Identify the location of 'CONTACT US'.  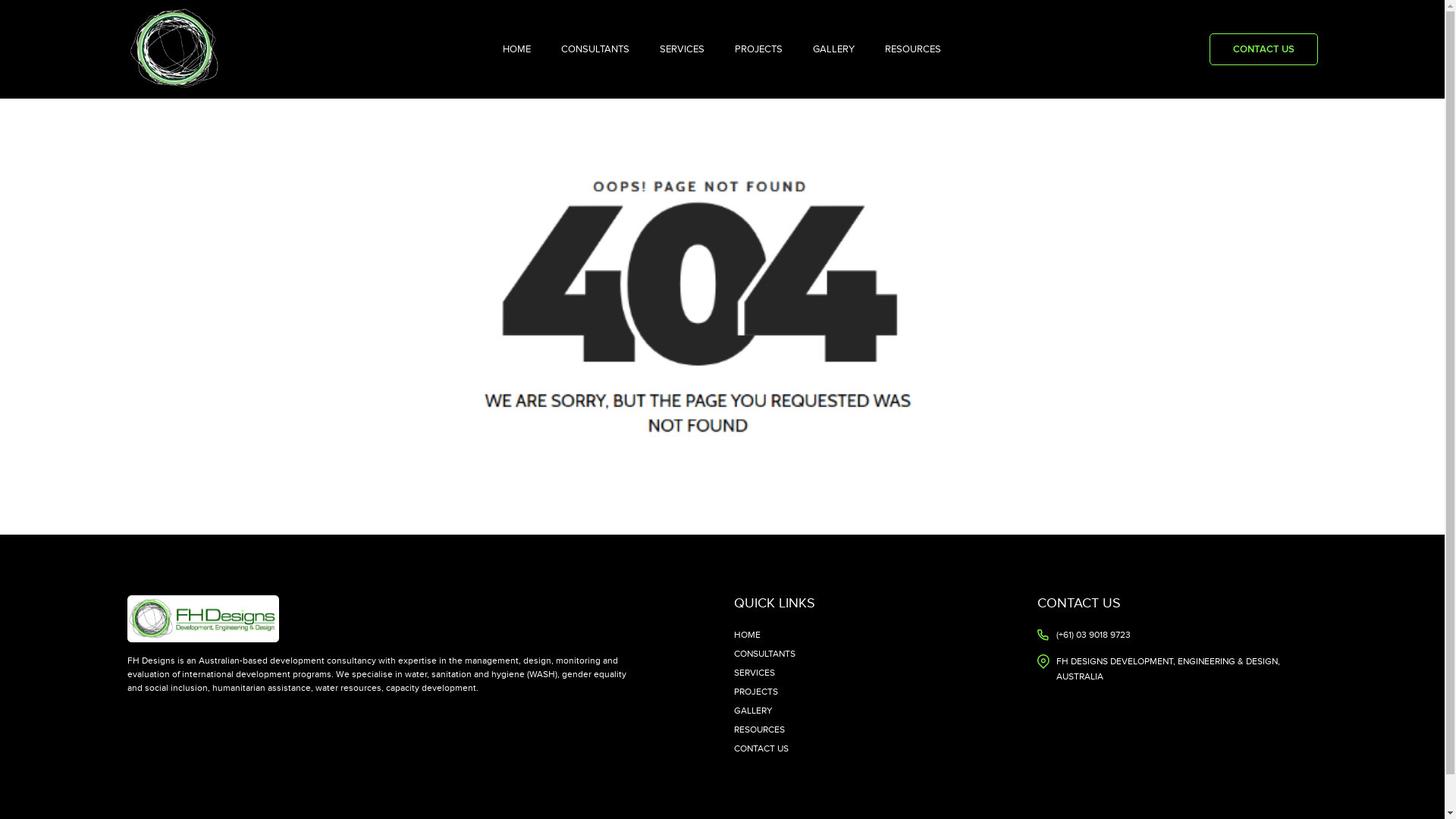
(1263, 49).